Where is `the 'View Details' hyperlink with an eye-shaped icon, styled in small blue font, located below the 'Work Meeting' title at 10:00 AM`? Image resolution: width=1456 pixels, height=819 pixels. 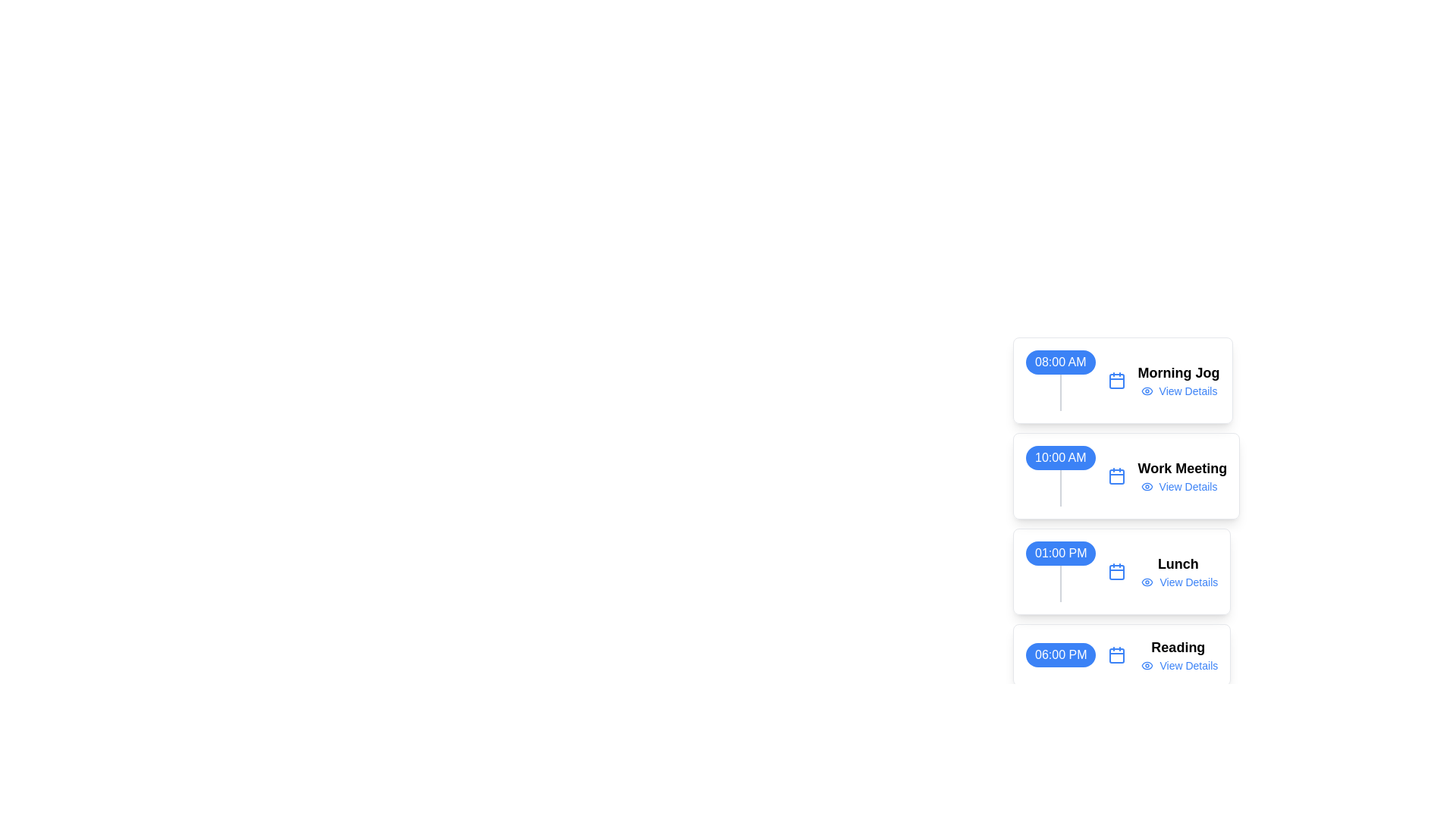
the 'View Details' hyperlink with an eye-shaped icon, styled in small blue font, located below the 'Work Meeting' title at 10:00 AM is located at coordinates (1181, 486).